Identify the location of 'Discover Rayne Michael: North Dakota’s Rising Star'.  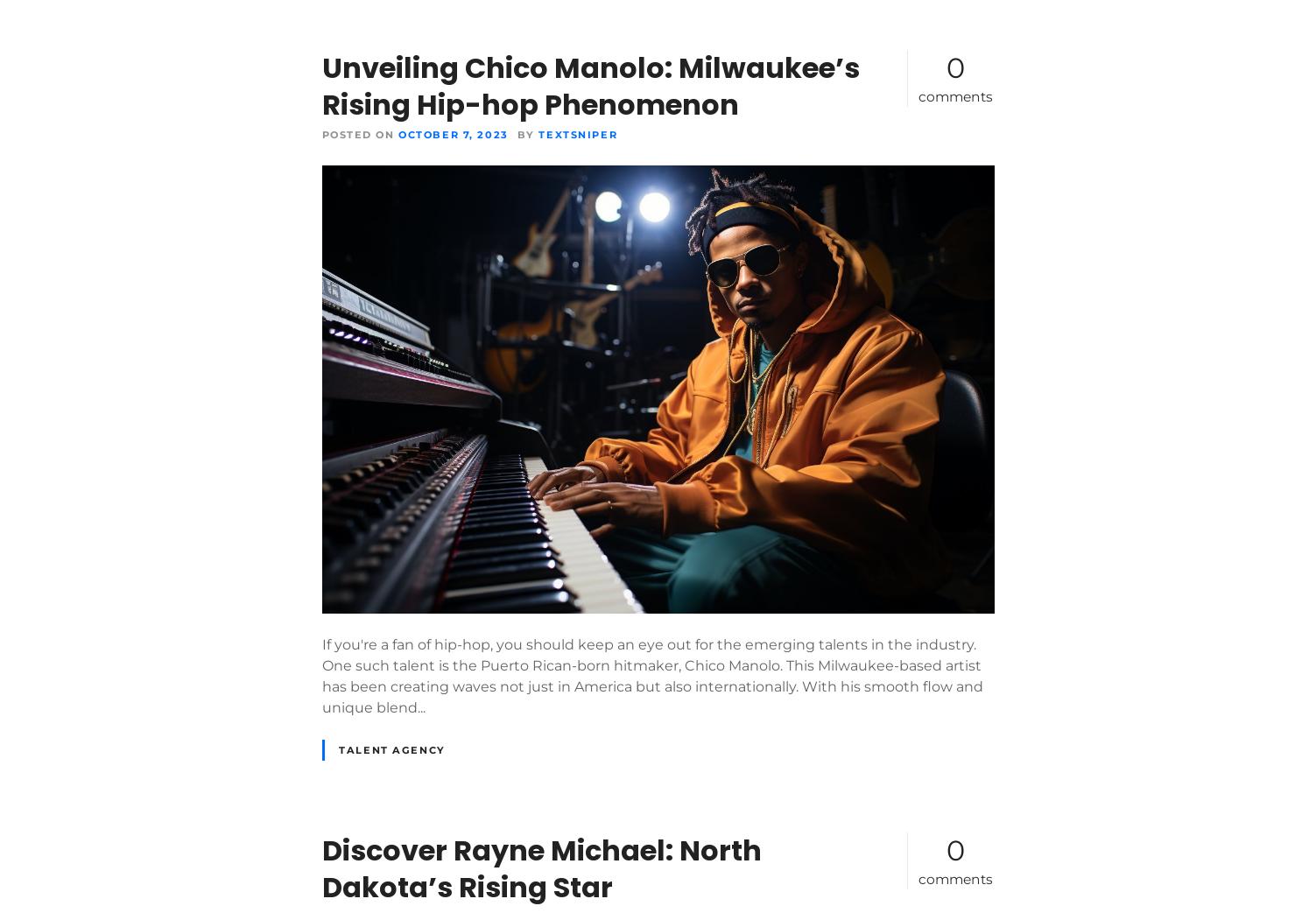
(540, 868).